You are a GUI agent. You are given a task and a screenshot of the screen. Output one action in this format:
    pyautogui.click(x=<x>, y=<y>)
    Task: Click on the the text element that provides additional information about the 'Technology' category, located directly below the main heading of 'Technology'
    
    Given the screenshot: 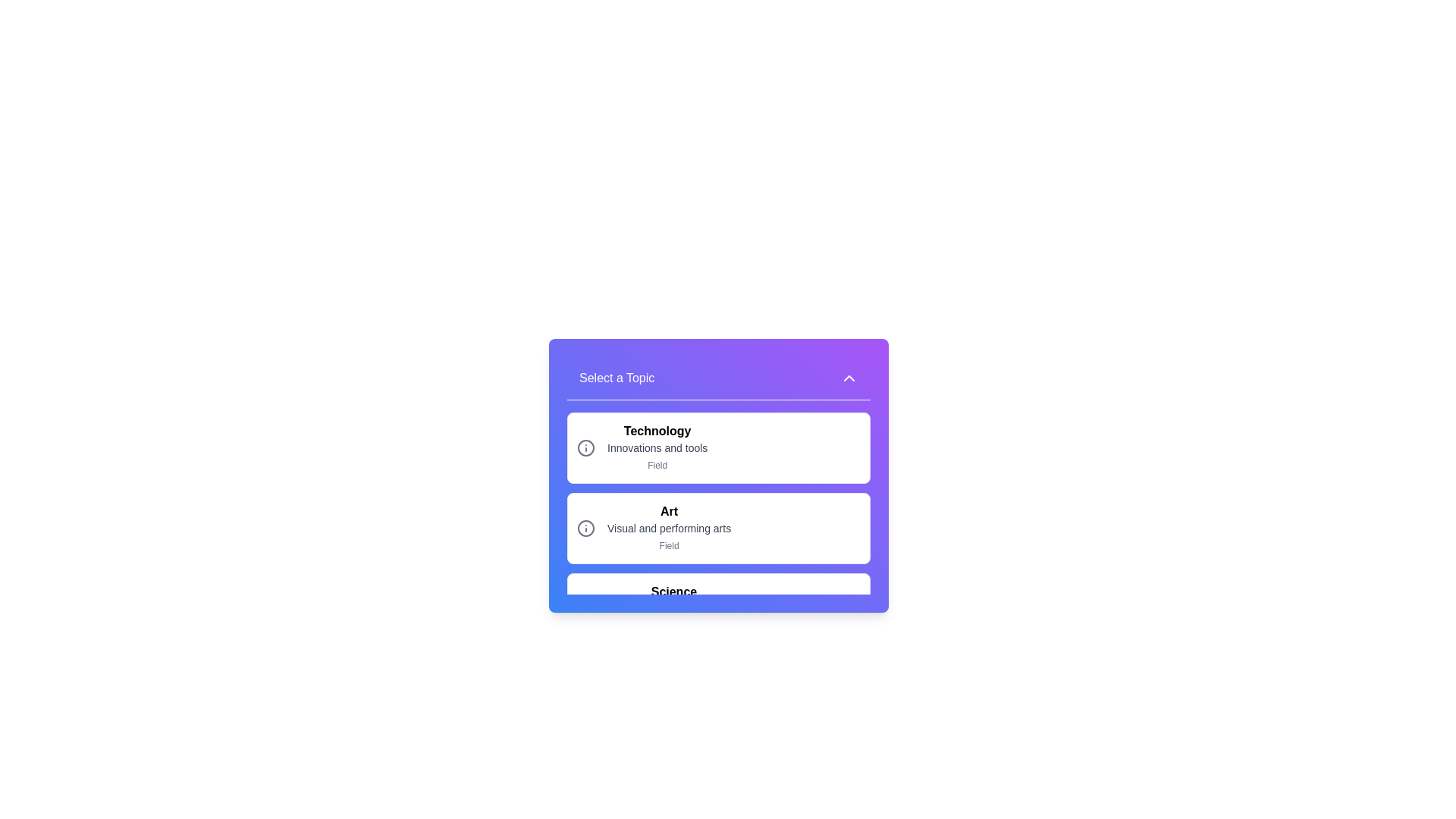 What is the action you would take?
    pyautogui.click(x=657, y=447)
    